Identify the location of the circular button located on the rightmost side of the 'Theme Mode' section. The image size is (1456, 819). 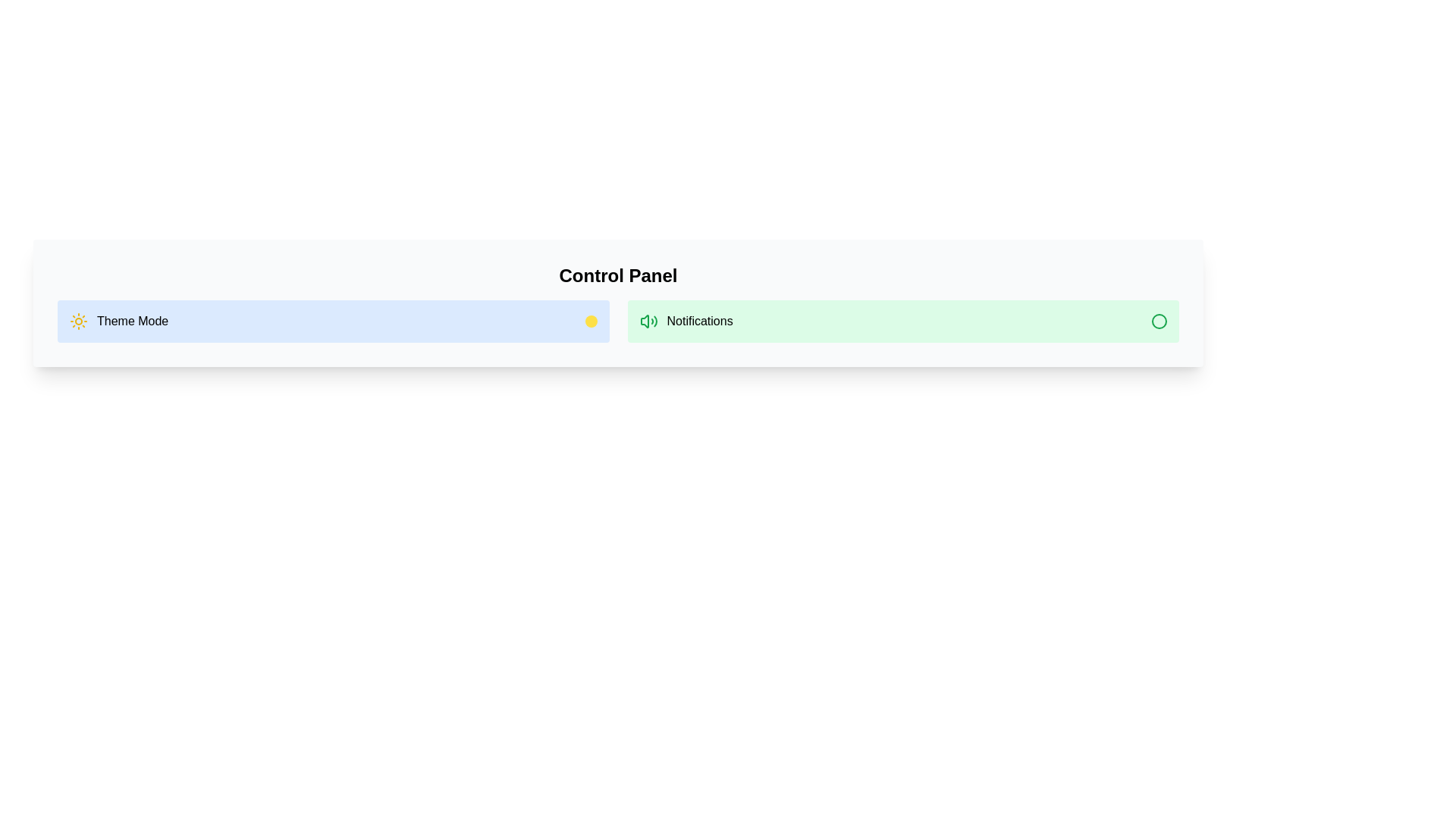
(590, 321).